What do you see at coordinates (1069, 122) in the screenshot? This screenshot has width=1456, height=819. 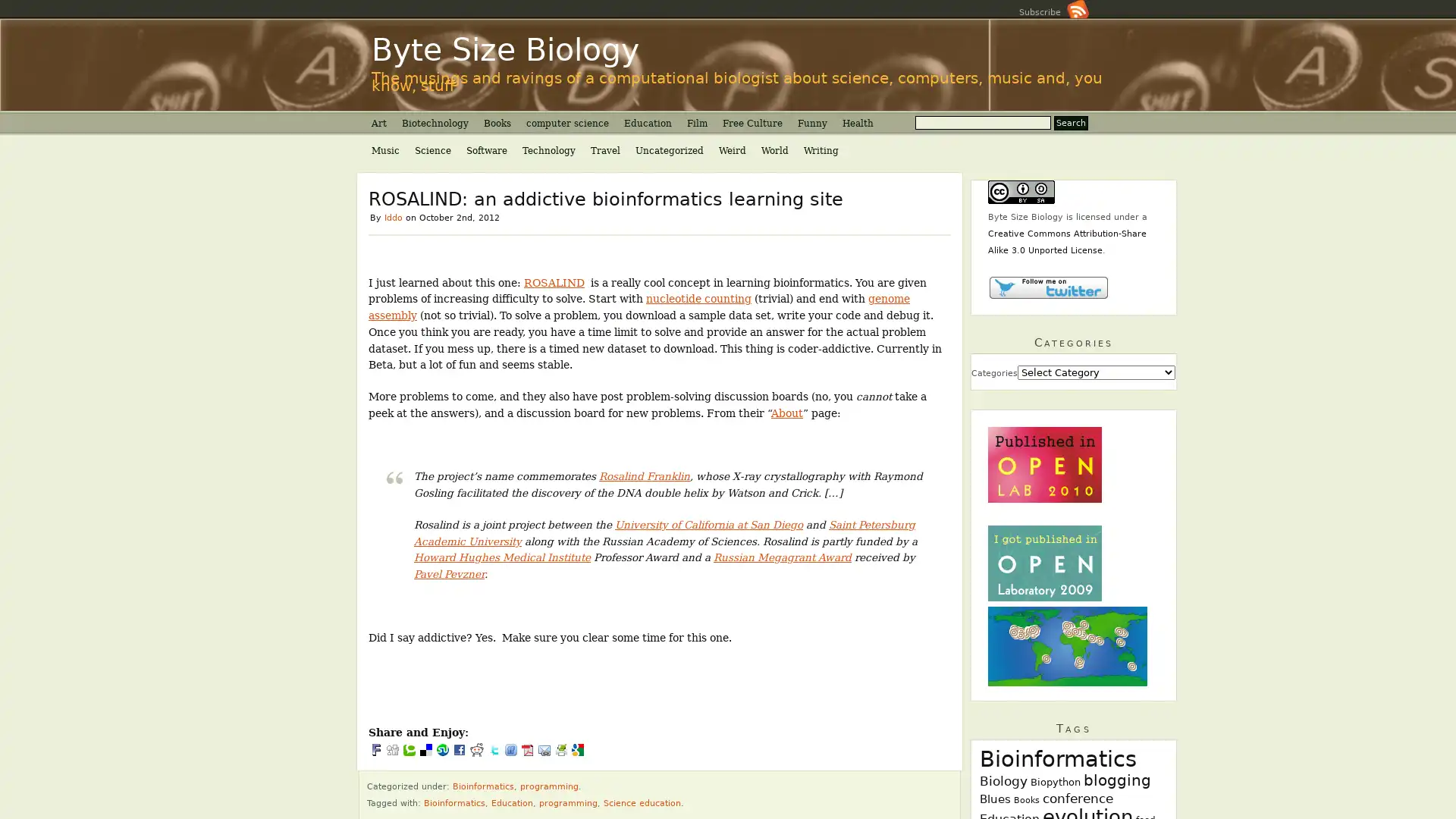 I see `Search` at bounding box center [1069, 122].